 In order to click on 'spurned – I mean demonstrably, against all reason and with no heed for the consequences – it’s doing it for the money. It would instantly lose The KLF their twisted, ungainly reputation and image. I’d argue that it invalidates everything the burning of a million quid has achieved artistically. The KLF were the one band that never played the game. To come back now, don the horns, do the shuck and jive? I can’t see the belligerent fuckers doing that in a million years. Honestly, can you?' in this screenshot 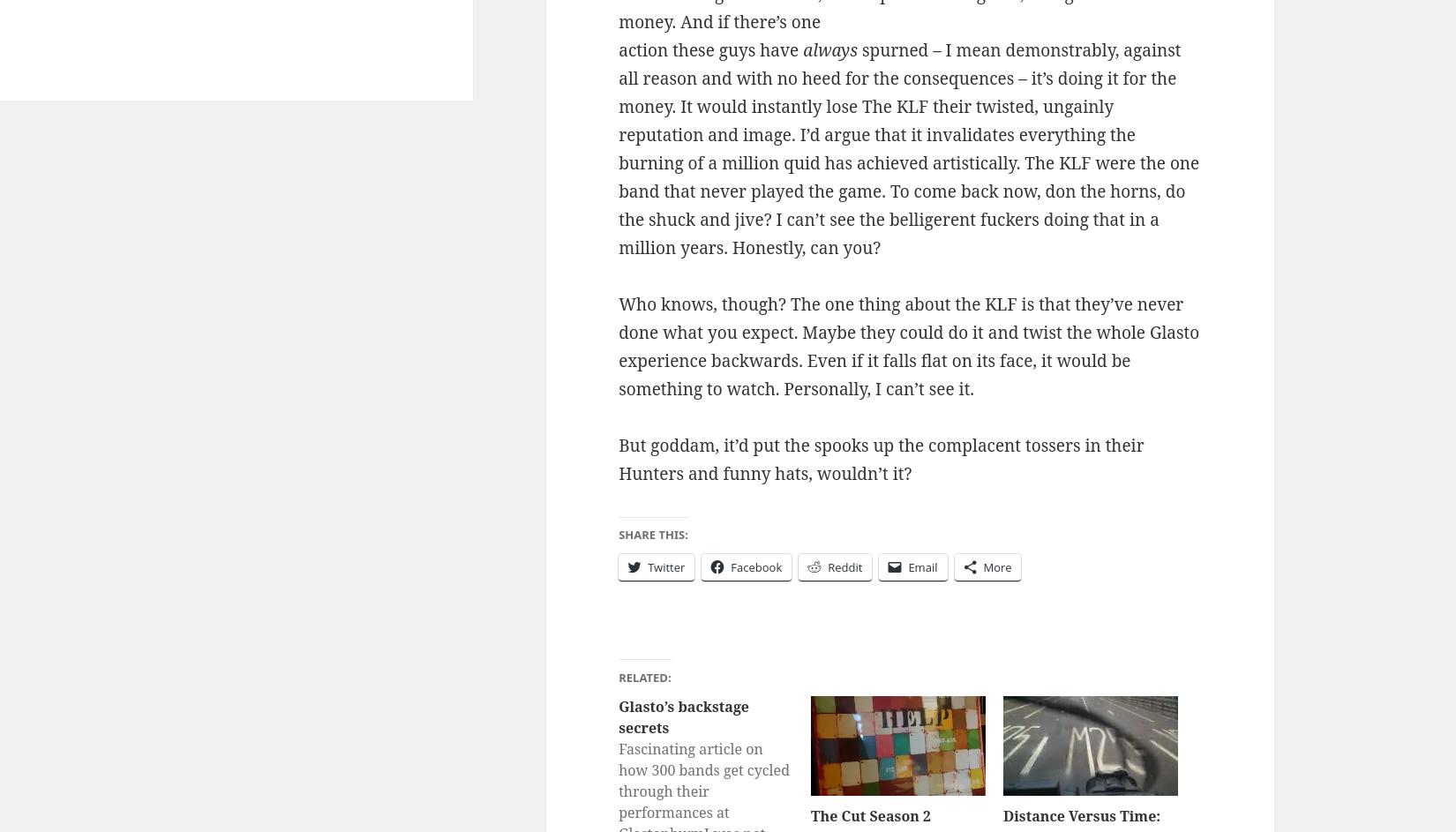, I will do `click(908, 147)`.